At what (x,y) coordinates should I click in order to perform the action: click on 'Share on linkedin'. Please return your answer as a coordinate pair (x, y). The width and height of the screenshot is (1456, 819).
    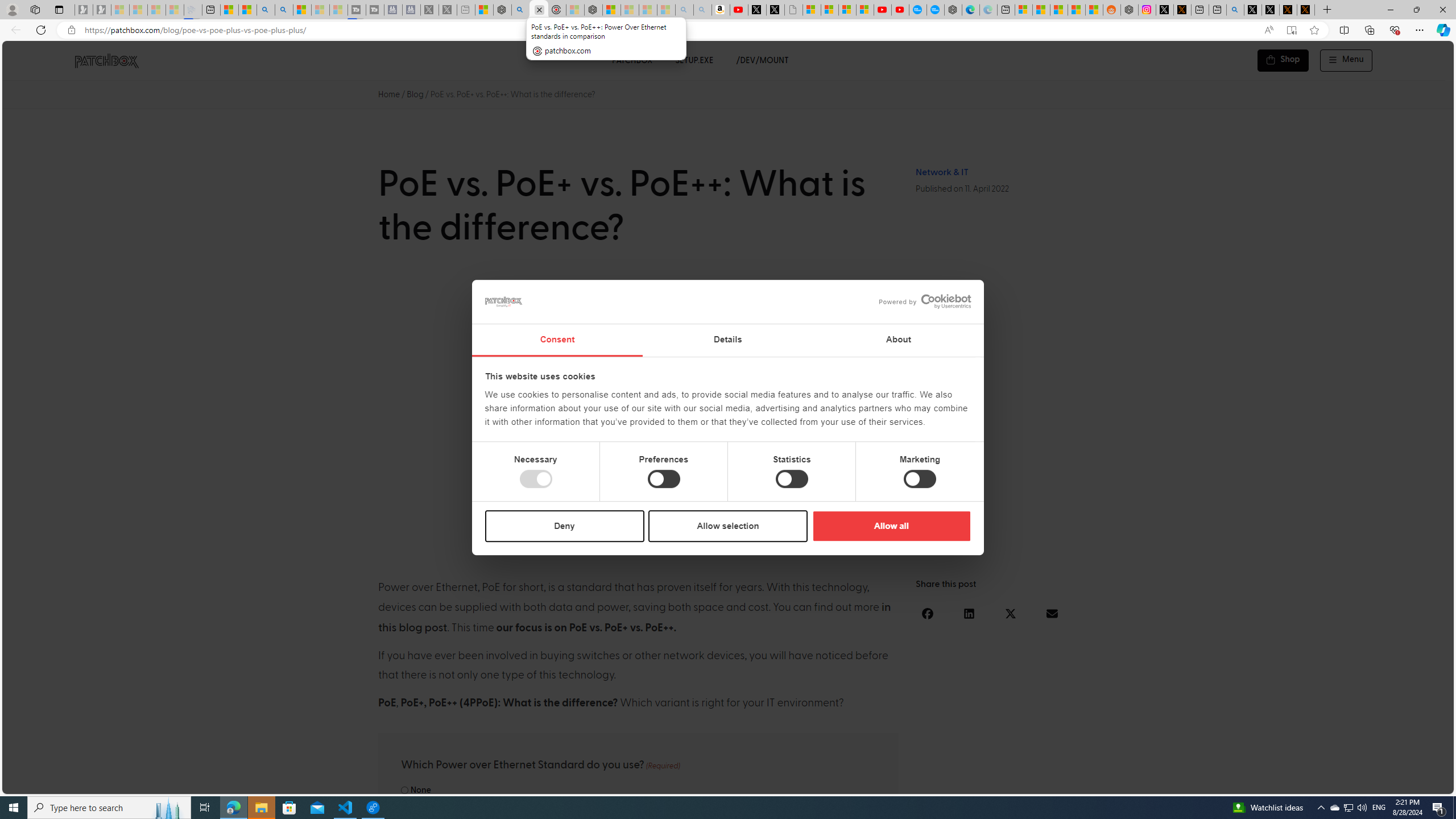
    Looking at the image, I should click on (969, 614).